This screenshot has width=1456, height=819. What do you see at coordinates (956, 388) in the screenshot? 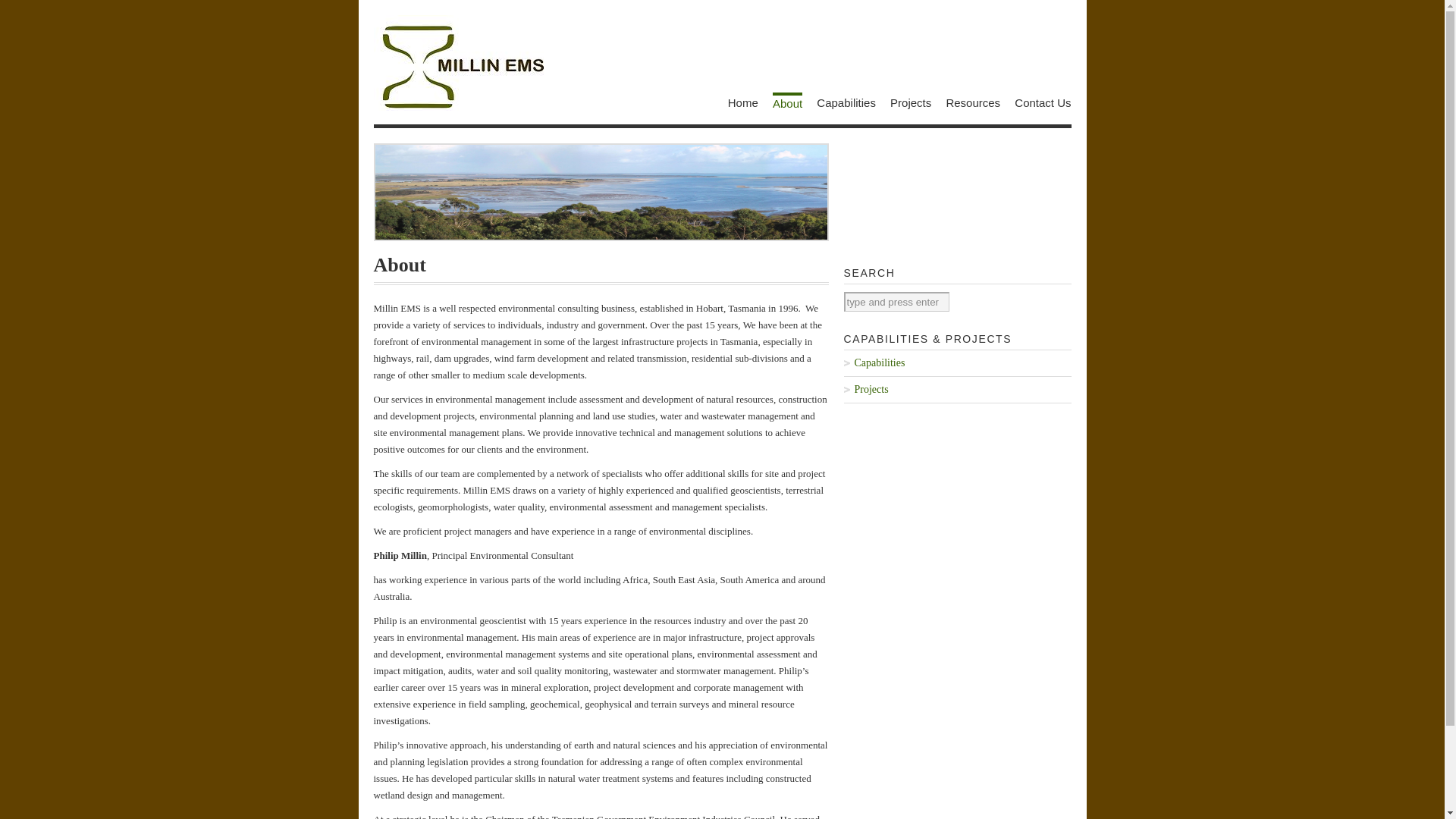
I see `'Projects'` at bounding box center [956, 388].